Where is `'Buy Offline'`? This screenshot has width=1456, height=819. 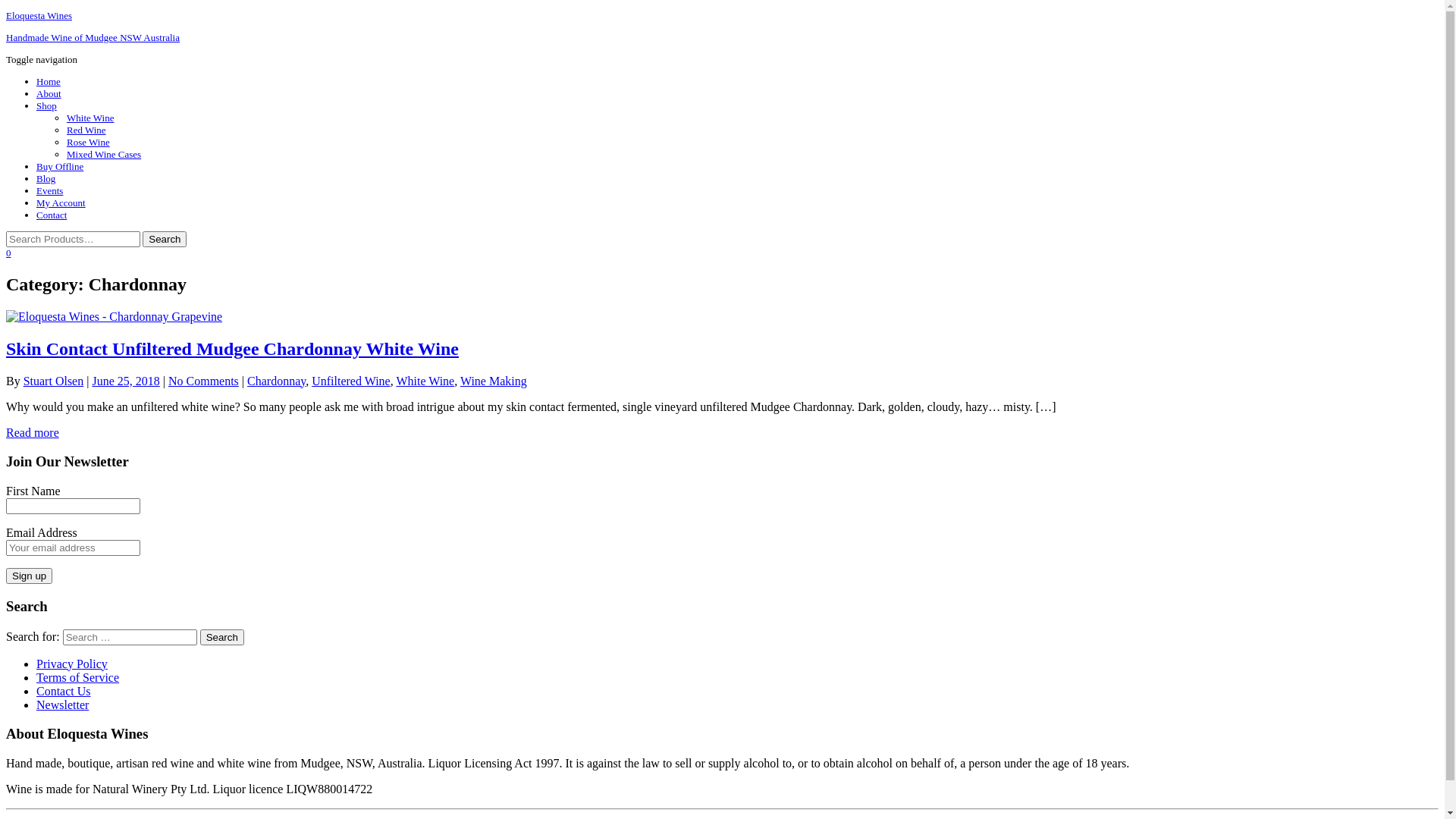
'Buy Offline' is located at coordinates (59, 166).